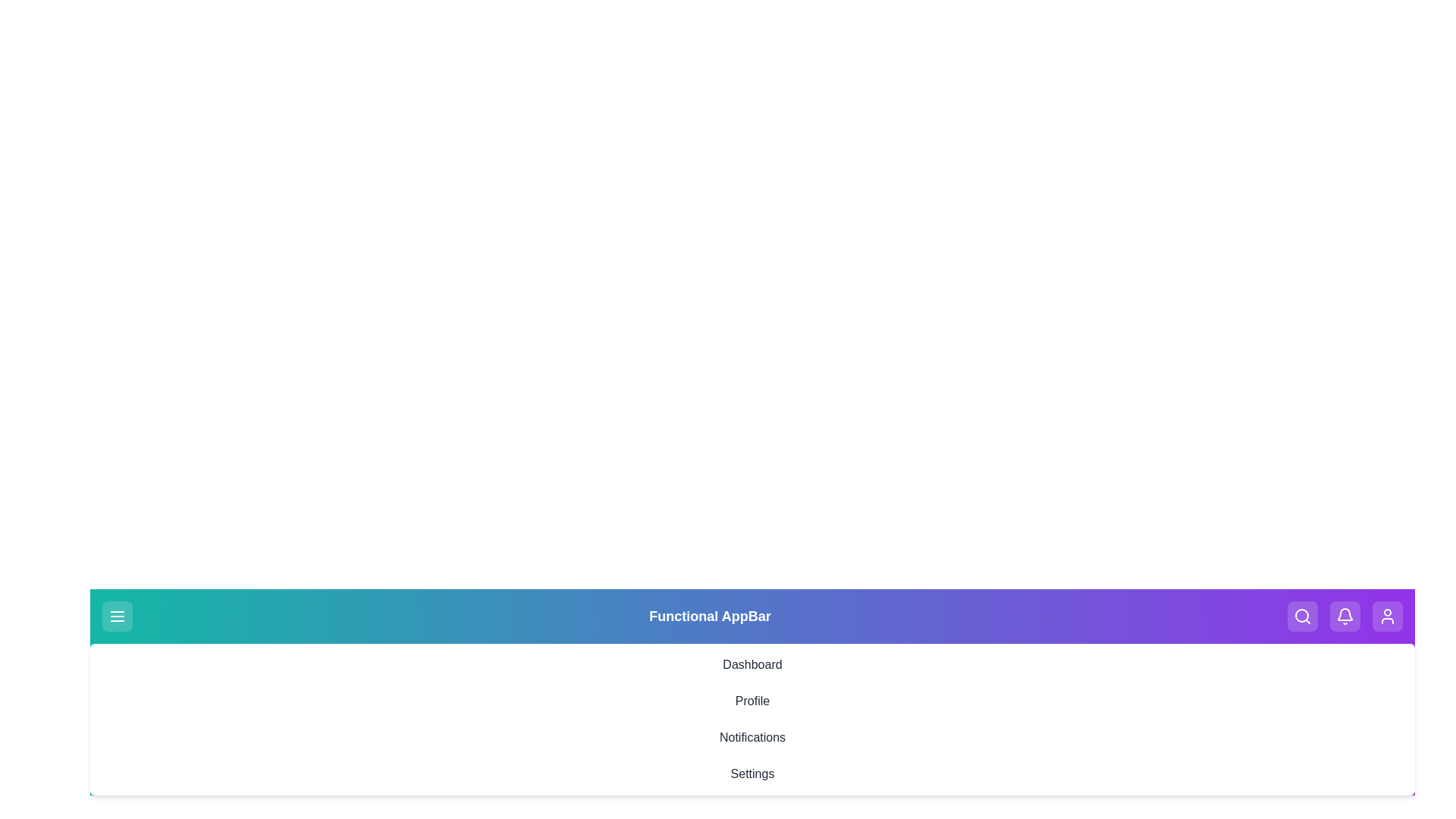  What do you see at coordinates (752, 736) in the screenshot?
I see `the navigation option Notifications` at bounding box center [752, 736].